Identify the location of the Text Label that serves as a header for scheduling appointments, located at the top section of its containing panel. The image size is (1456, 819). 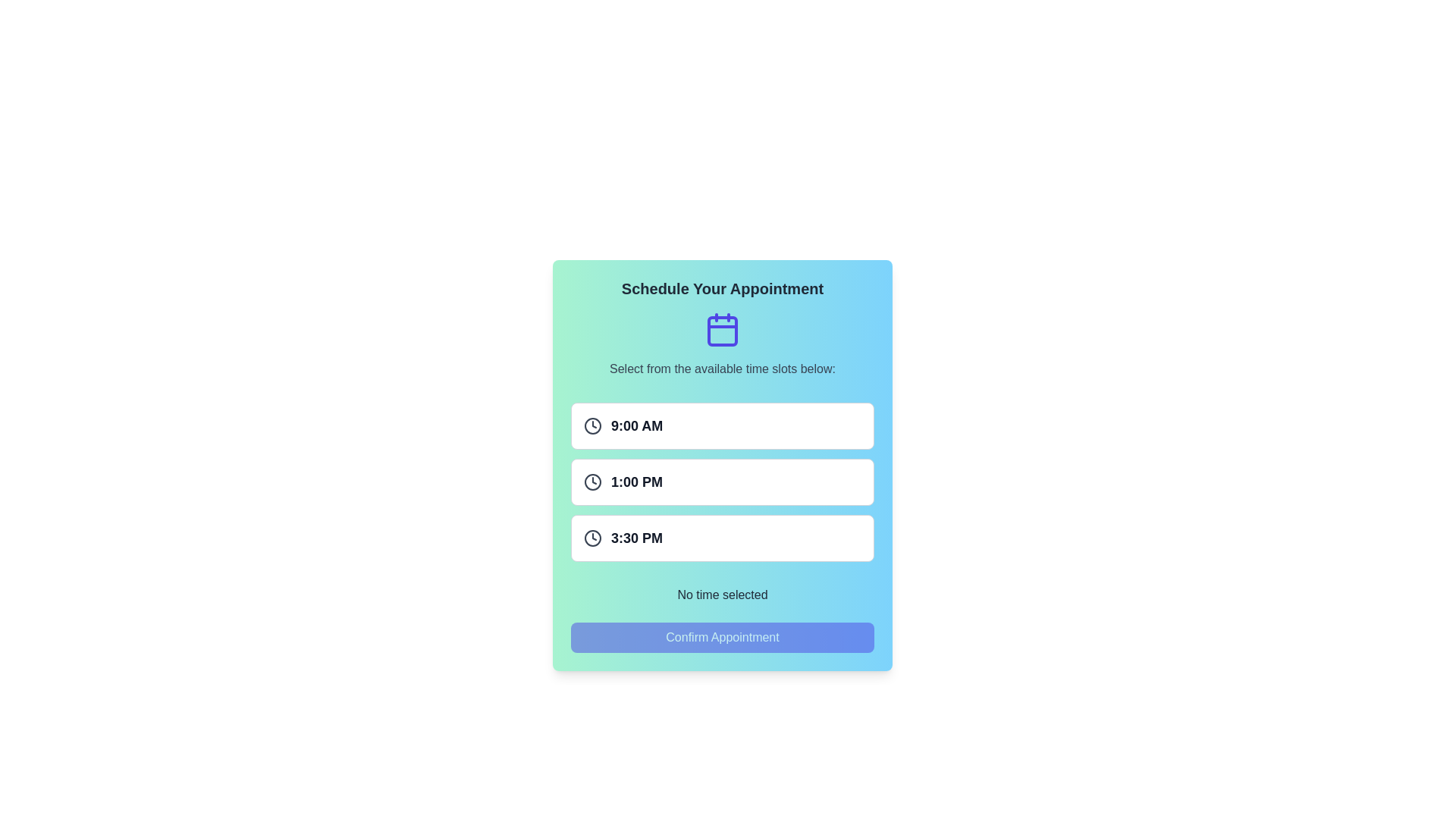
(722, 289).